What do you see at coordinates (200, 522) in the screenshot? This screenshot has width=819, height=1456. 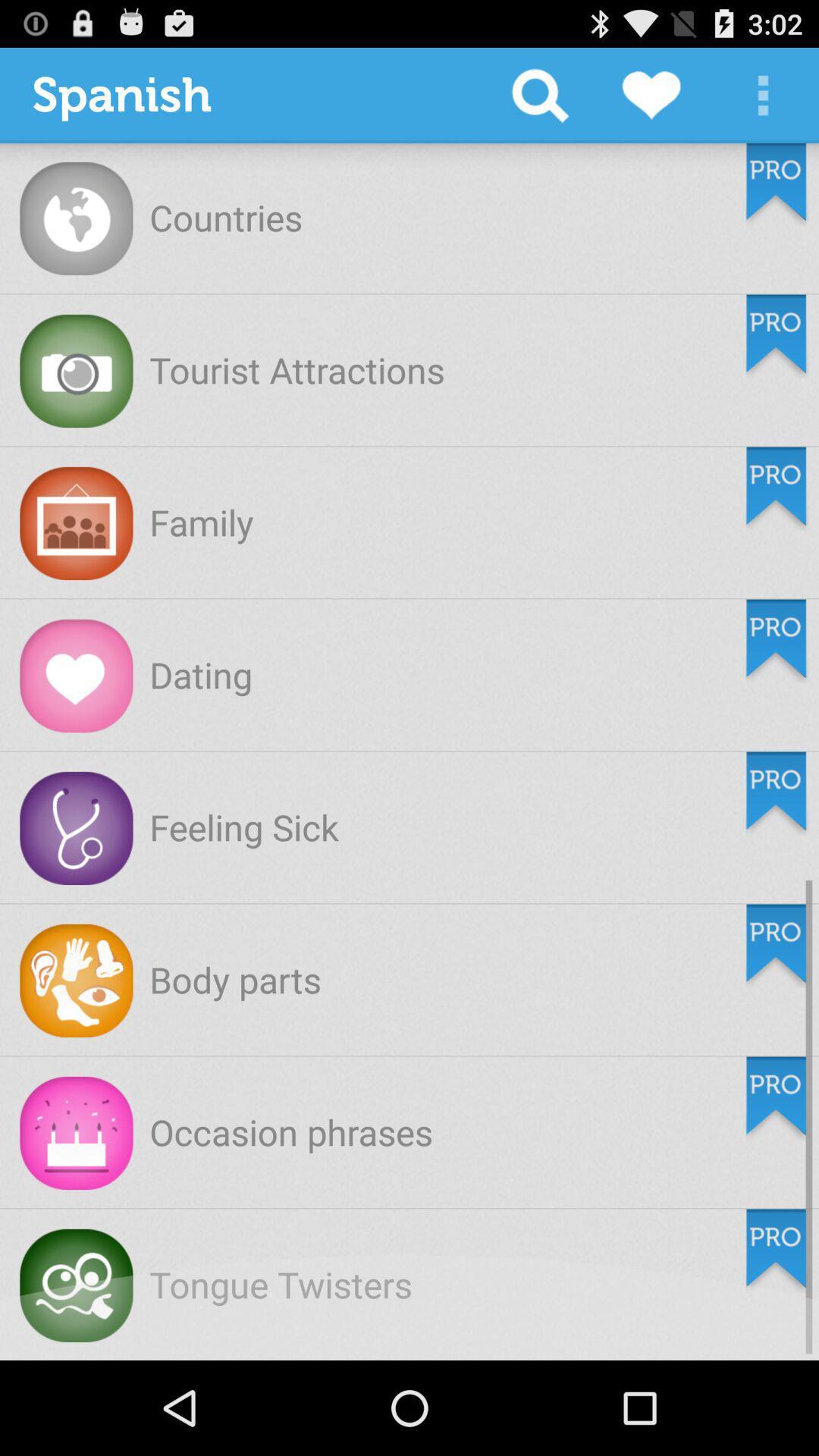 I see `family app` at bounding box center [200, 522].